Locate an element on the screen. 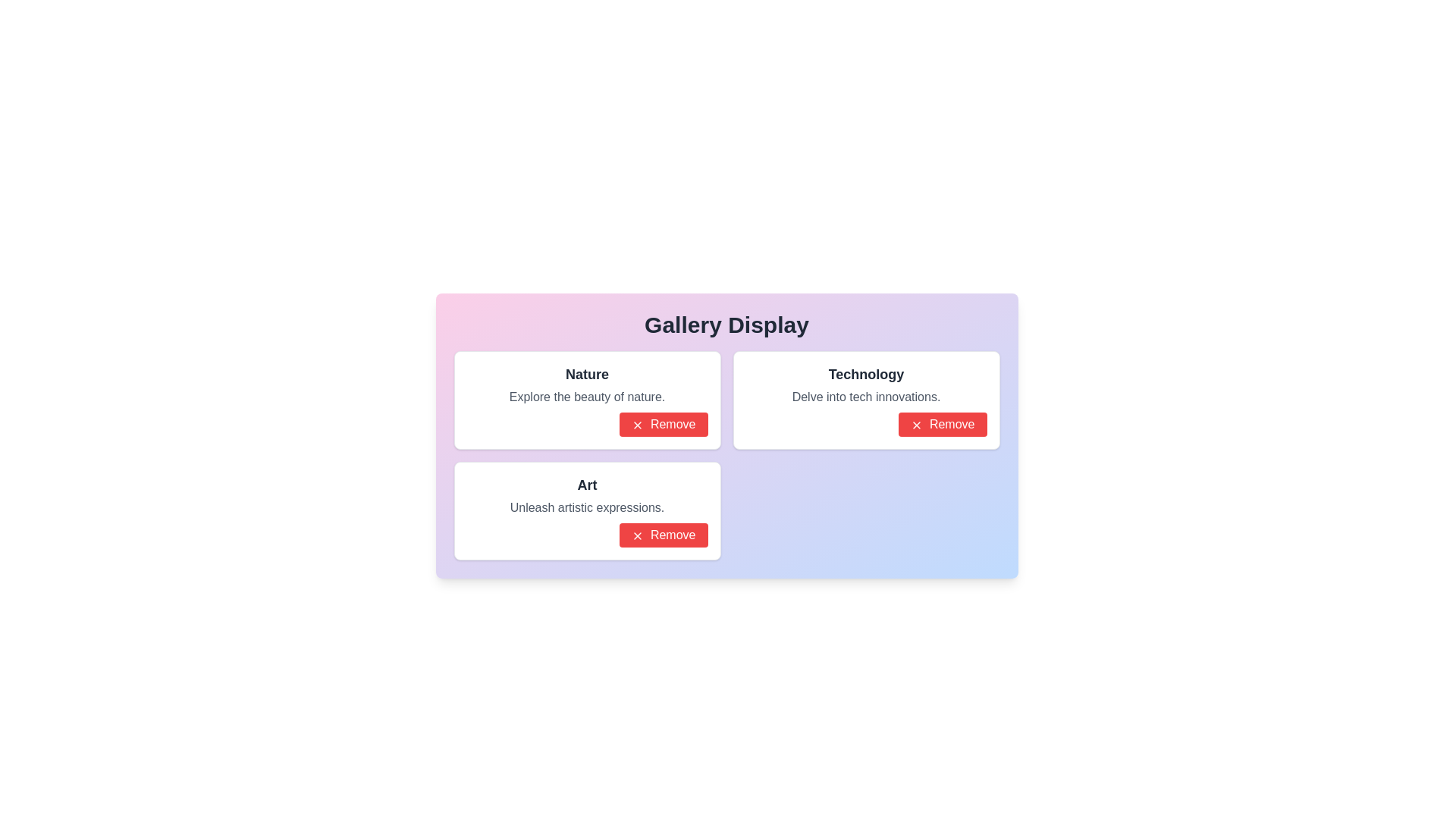  'Remove' button for the Nature gallery item is located at coordinates (664, 424).